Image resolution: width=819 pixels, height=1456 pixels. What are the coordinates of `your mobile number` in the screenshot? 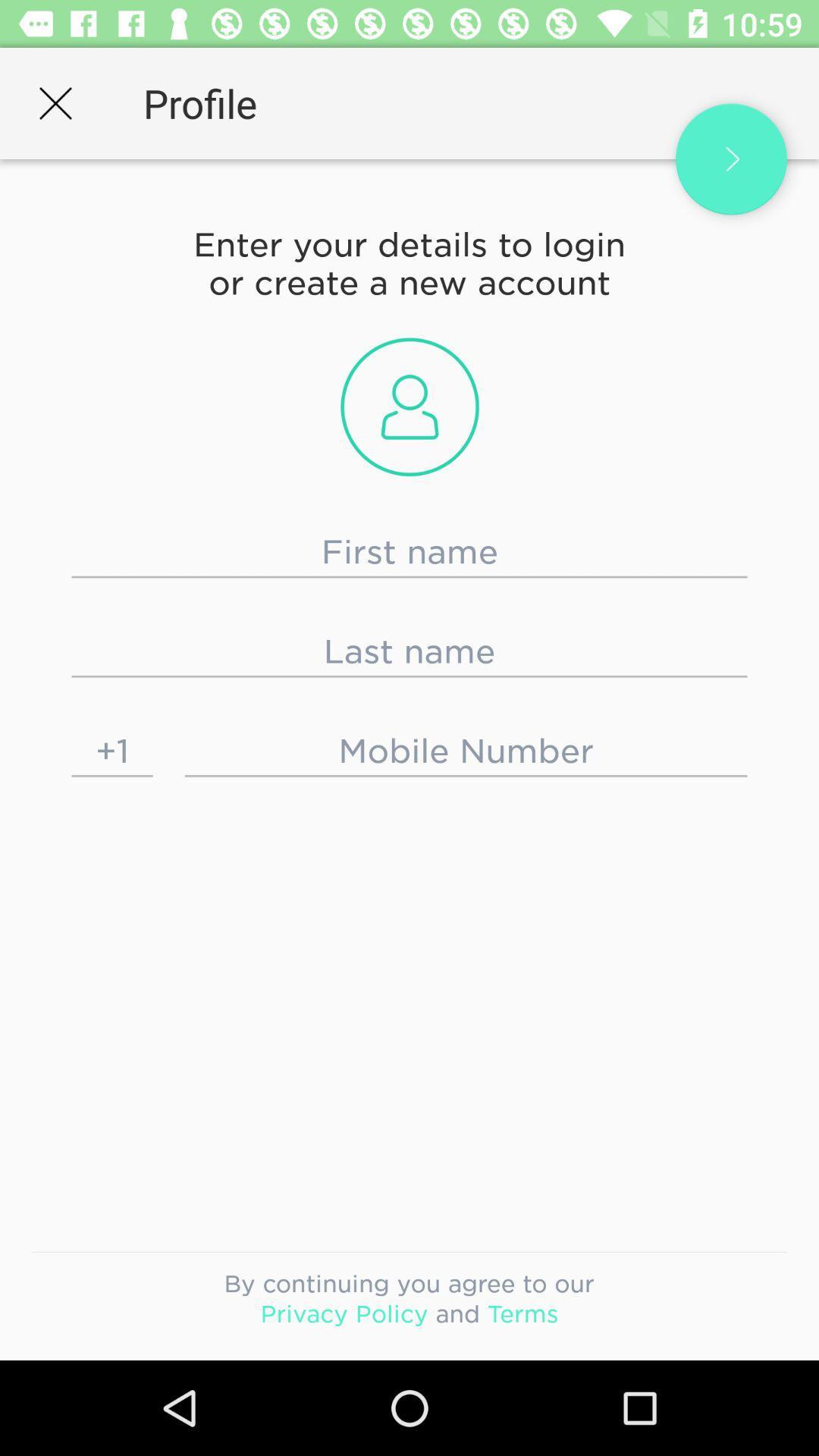 It's located at (465, 751).